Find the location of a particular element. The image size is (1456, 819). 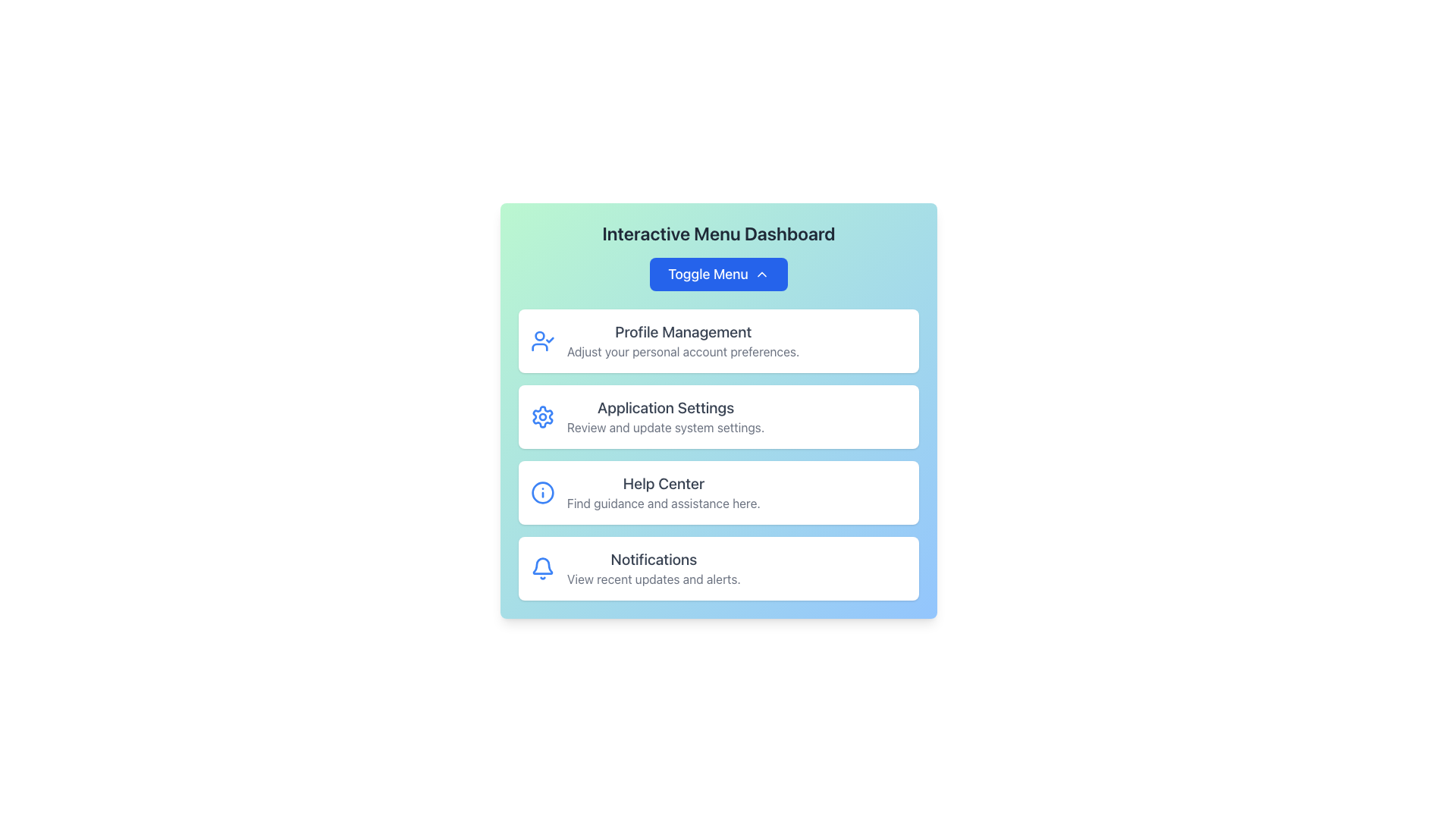

the blue information icon located above the 'Help Center' text is located at coordinates (542, 493).